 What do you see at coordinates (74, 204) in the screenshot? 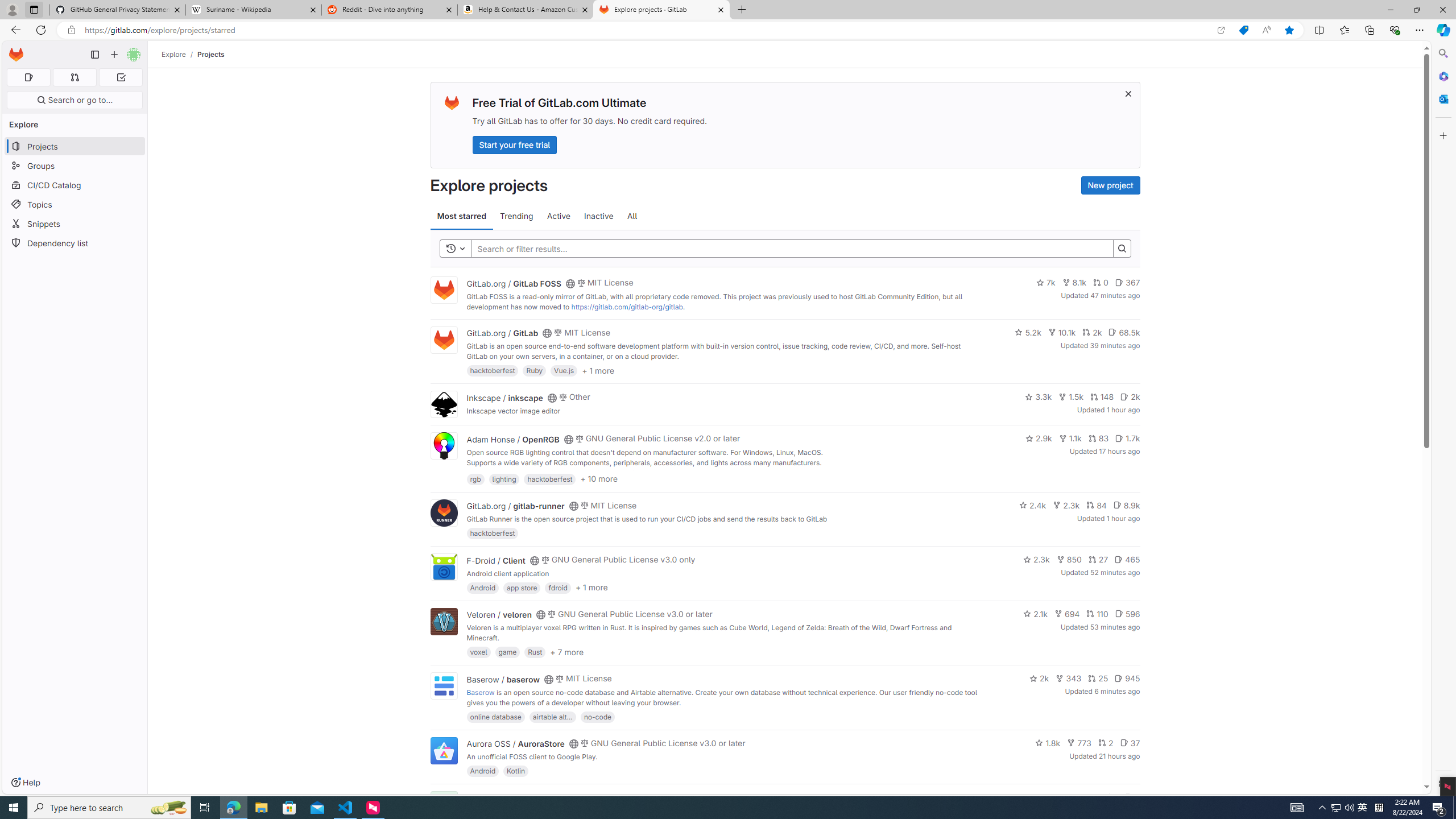
I see `'Topics'` at bounding box center [74, 204].